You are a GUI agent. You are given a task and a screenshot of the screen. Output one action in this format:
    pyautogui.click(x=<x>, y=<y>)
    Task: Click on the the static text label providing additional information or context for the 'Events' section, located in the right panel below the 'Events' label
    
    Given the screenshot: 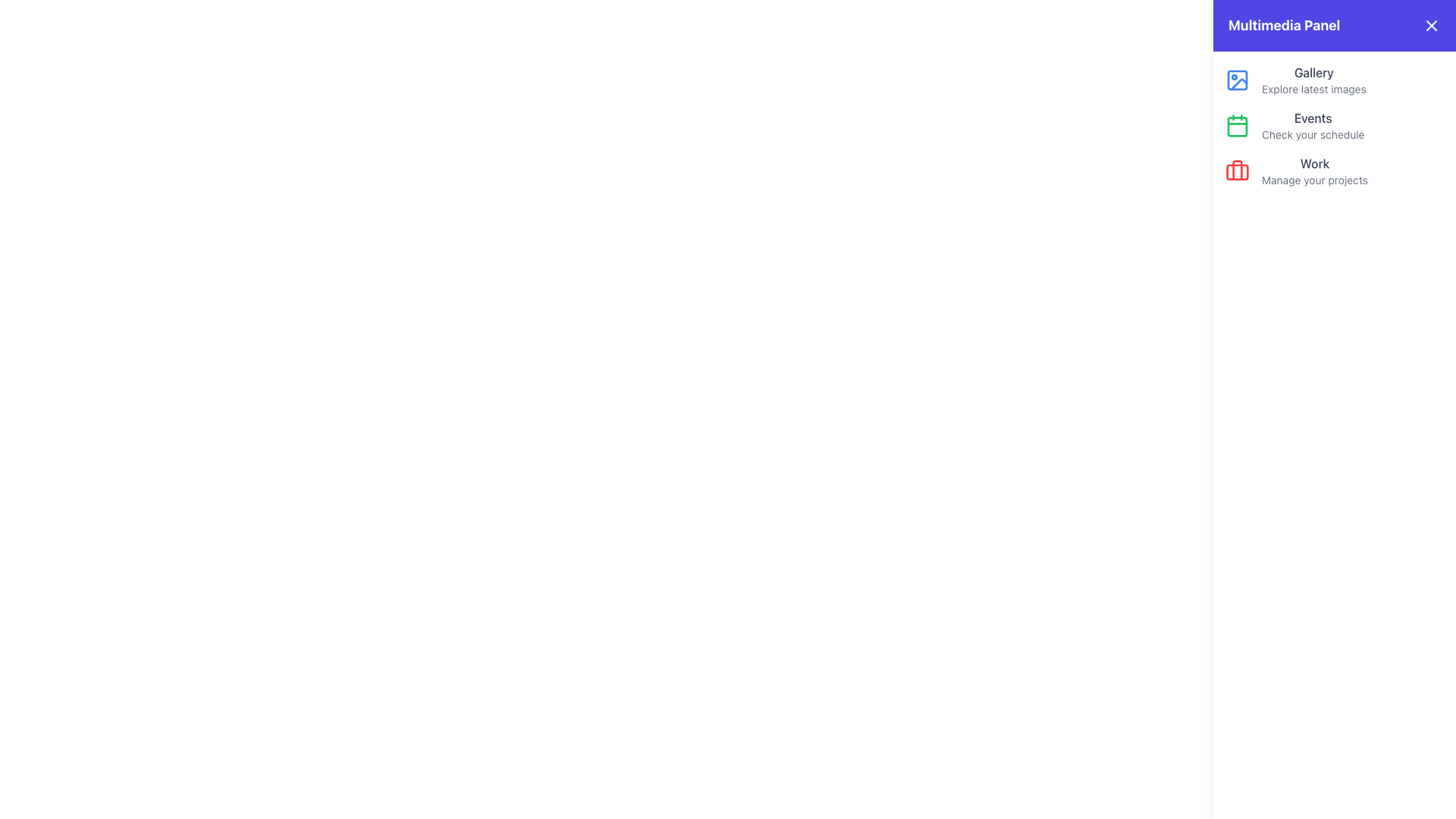 What is the action you would take?
    pyautogui.click(x=1312, y=133)
    